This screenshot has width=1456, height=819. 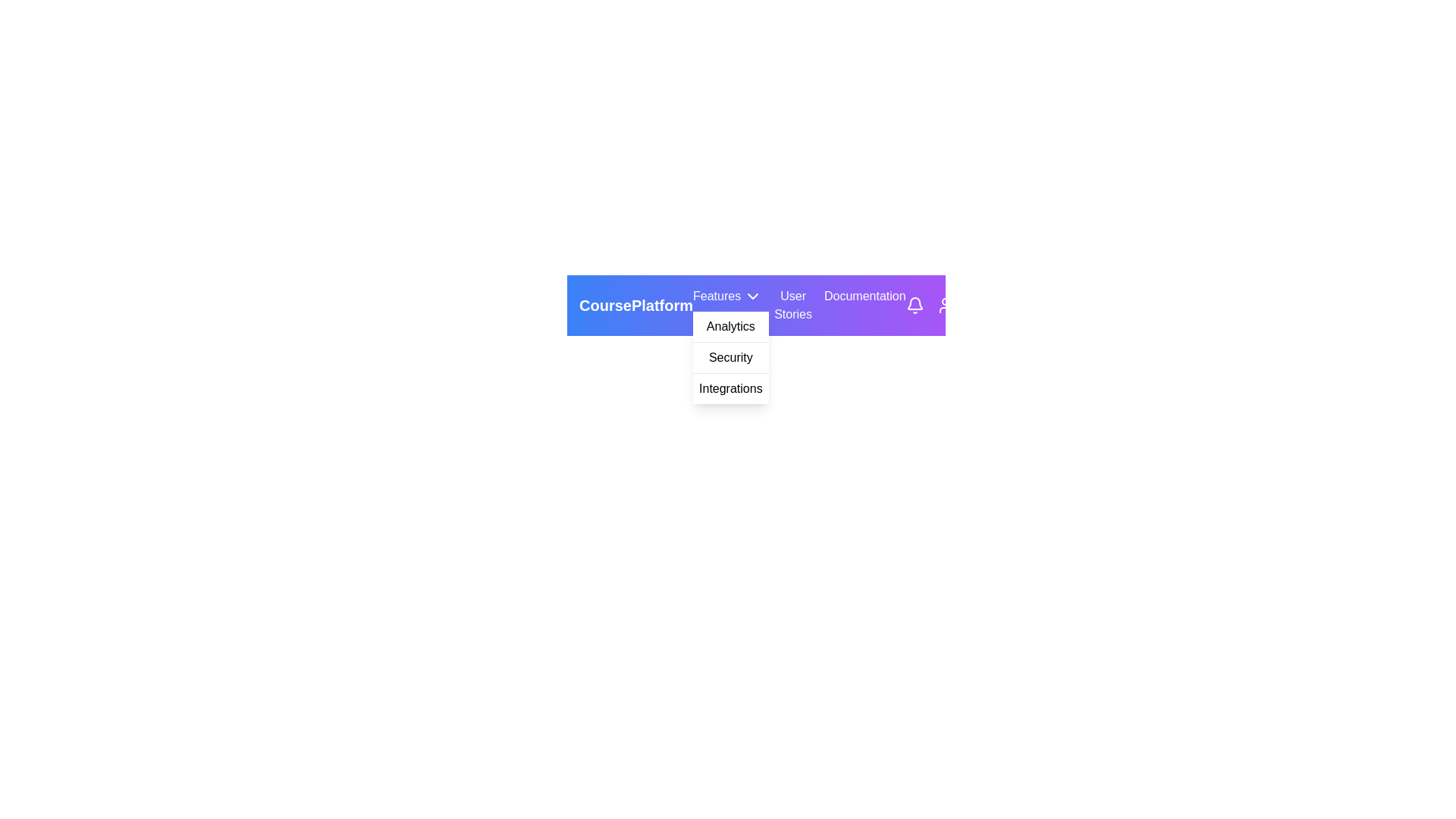 What do you see at coordinates (726, 296) in the screenshot?
I see `the 'Features' dropdown menu trigger button, which is labeled with white text on a purple background and is located in the top navigation bar` at bounding box center [726, 296].